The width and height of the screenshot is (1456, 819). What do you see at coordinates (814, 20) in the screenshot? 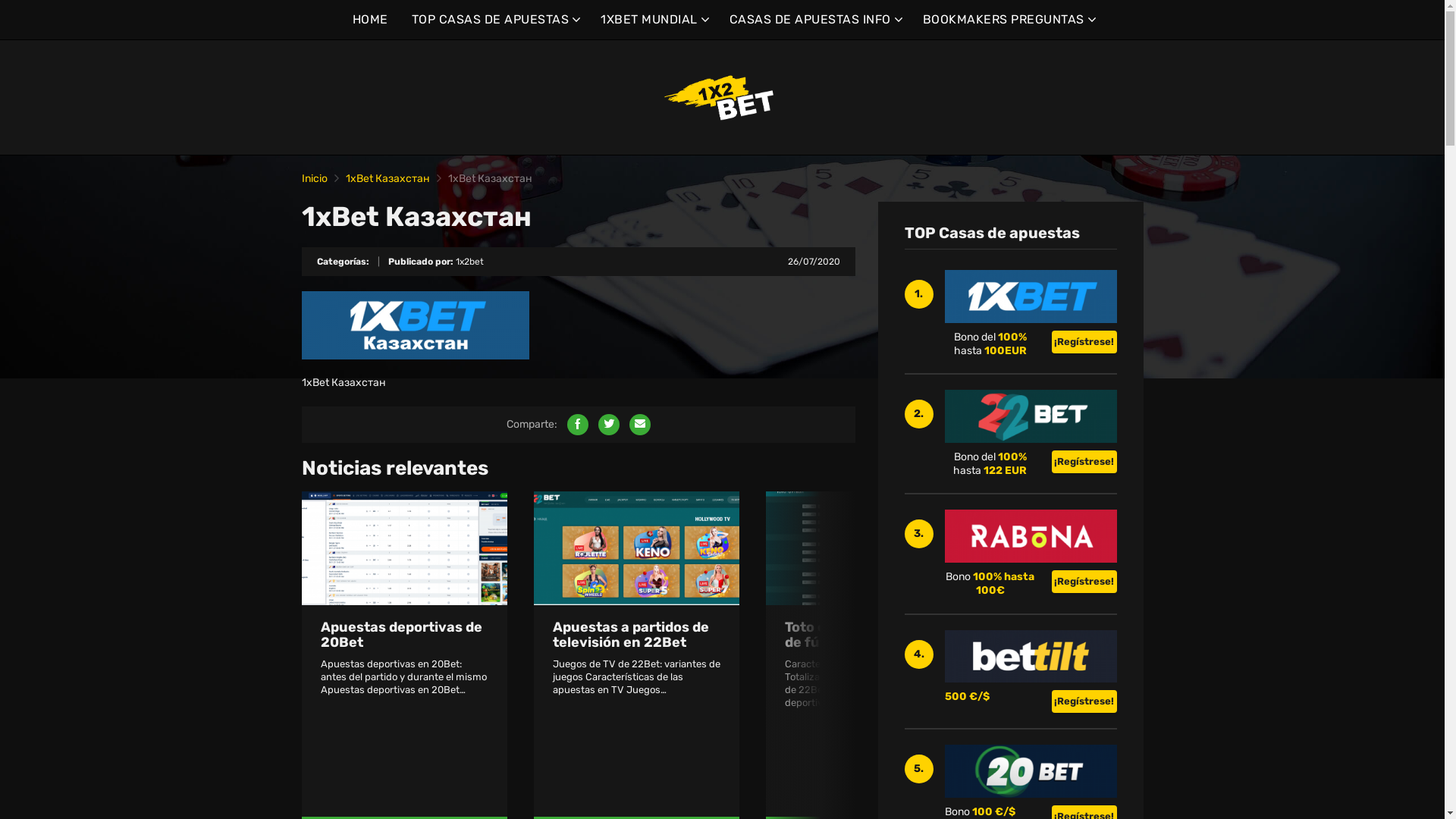
I see `'CASAS DE APUESTAS INFO'` at bounding box center [814, 20].